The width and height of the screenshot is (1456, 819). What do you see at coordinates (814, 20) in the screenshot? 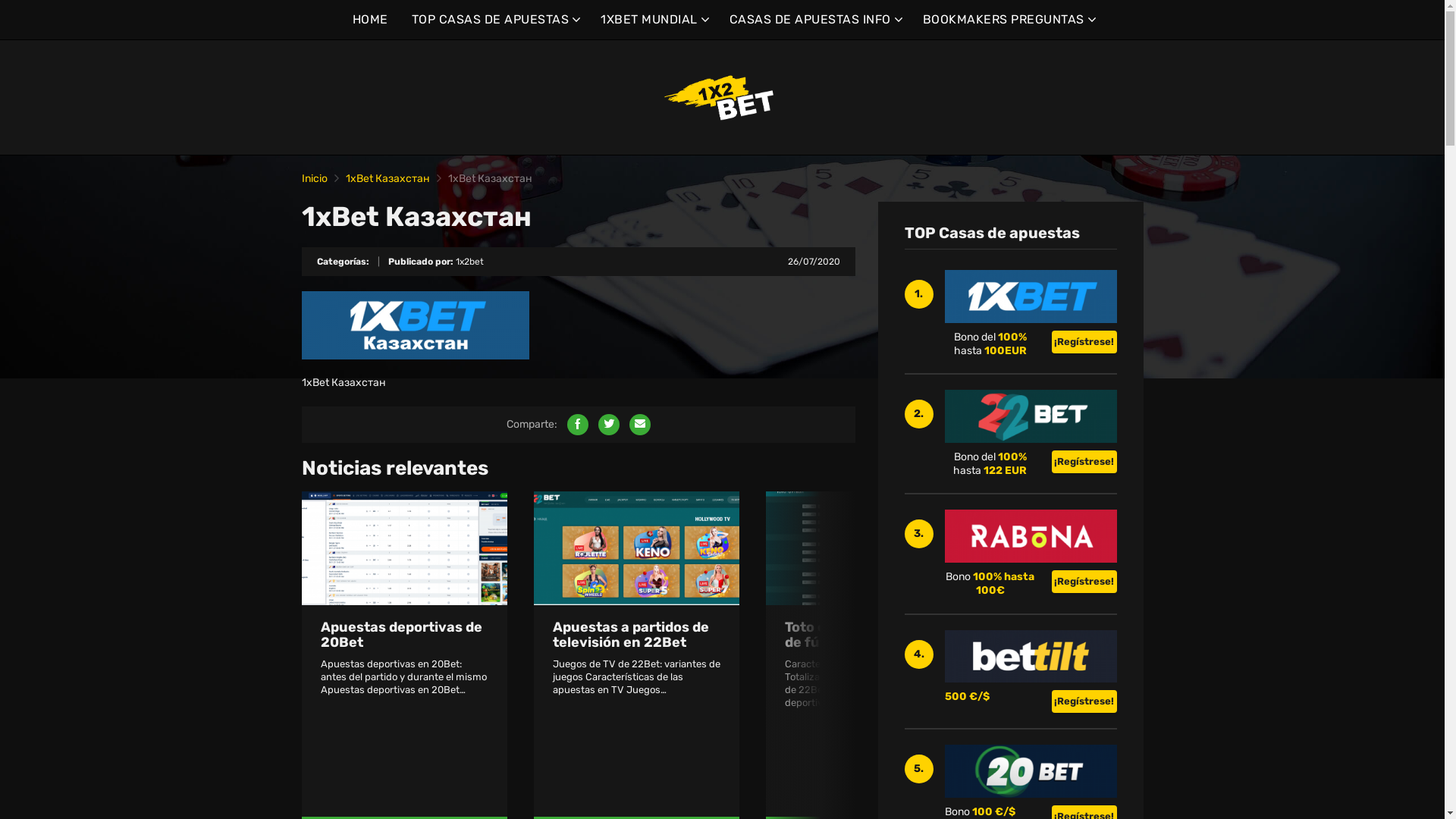
I see `'CASAS DE APUESTAS INFO'` at bounding box center [814, 20].